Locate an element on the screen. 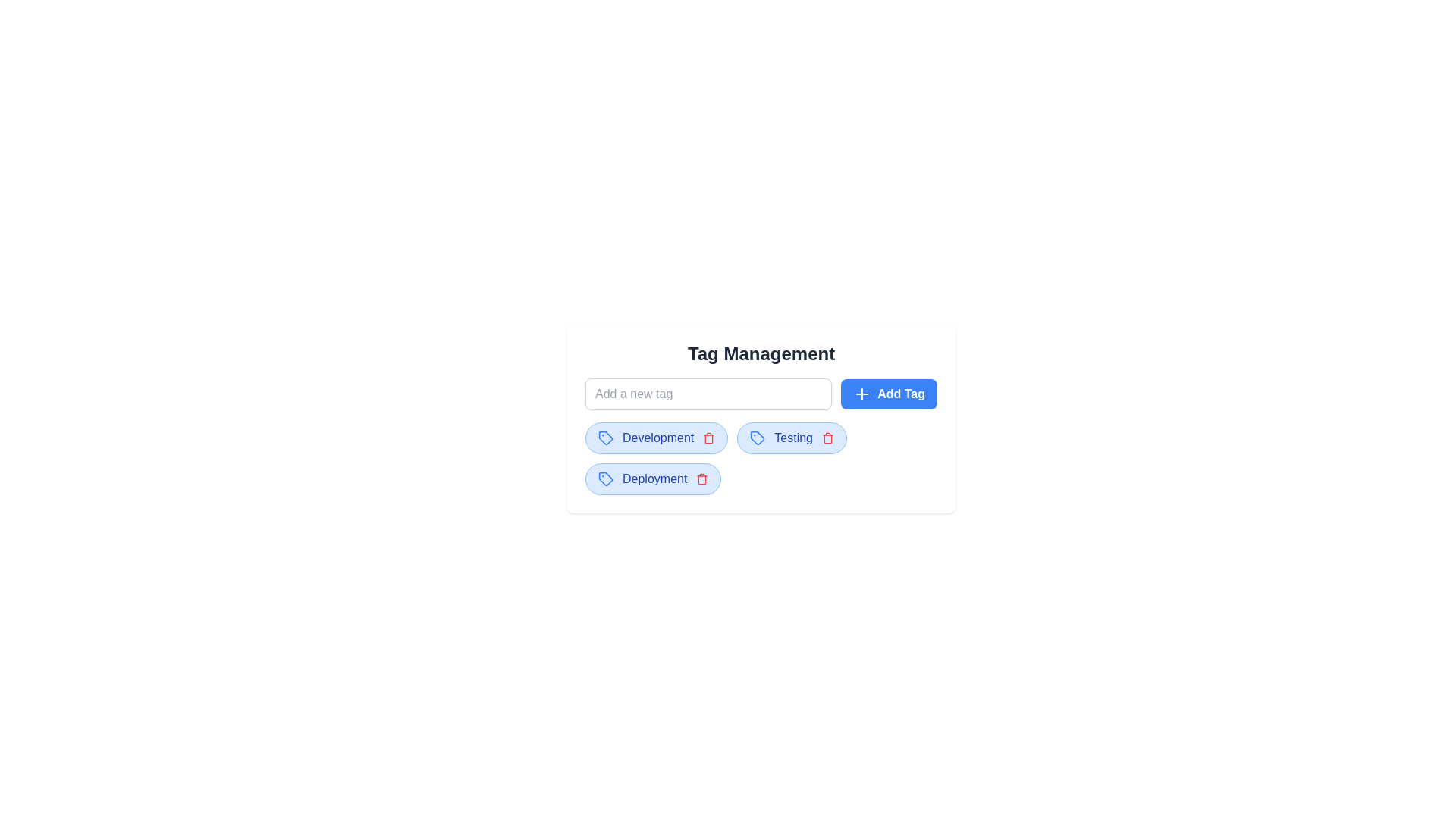 Image resolution: width=1456 pixels, height=819 pixels. the 'Add Tag' button to add the tag is located at coordinates (888, 394).